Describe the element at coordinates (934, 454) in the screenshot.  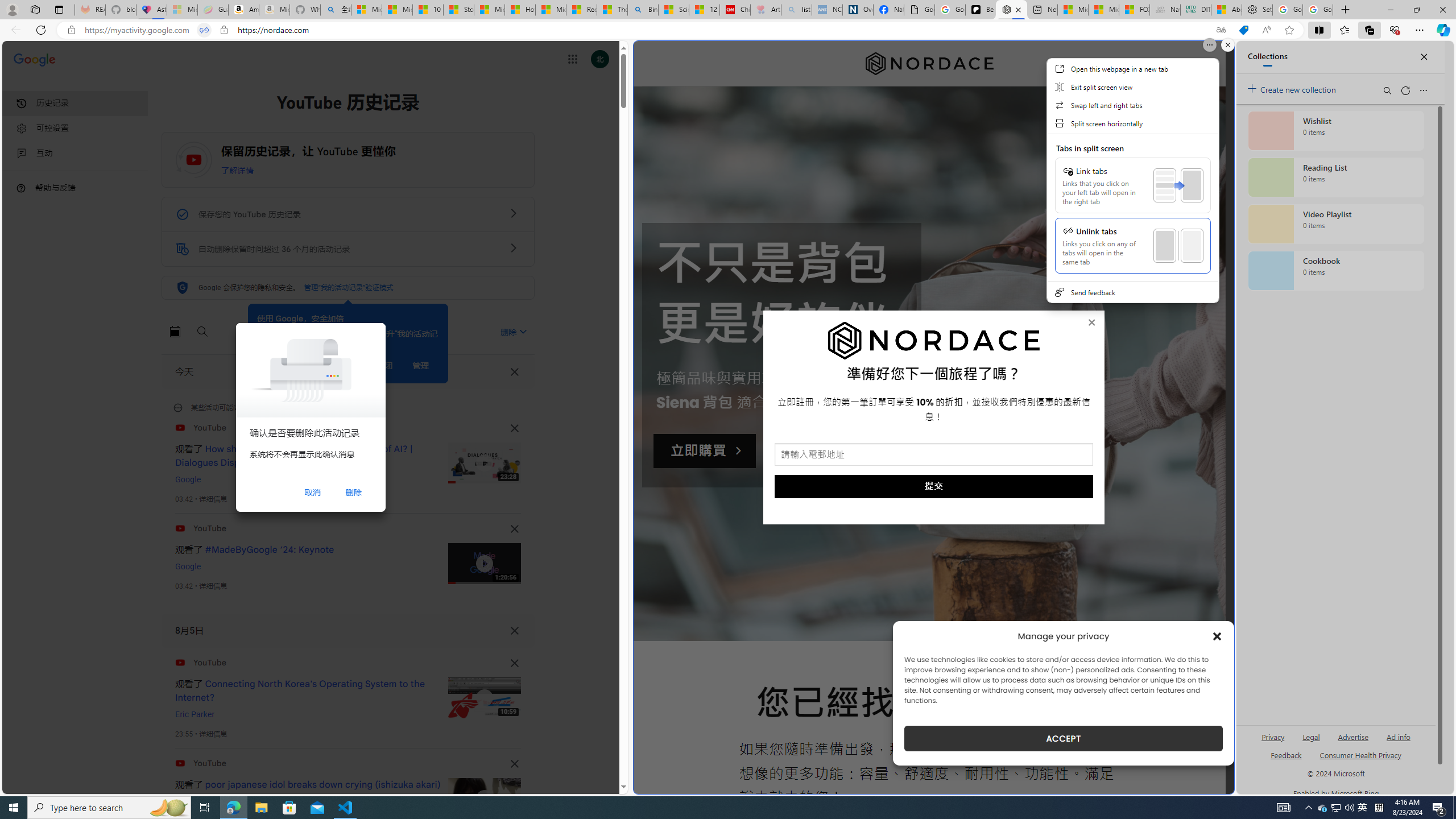
I see `'AutomationID: input_5_1'` at that location.